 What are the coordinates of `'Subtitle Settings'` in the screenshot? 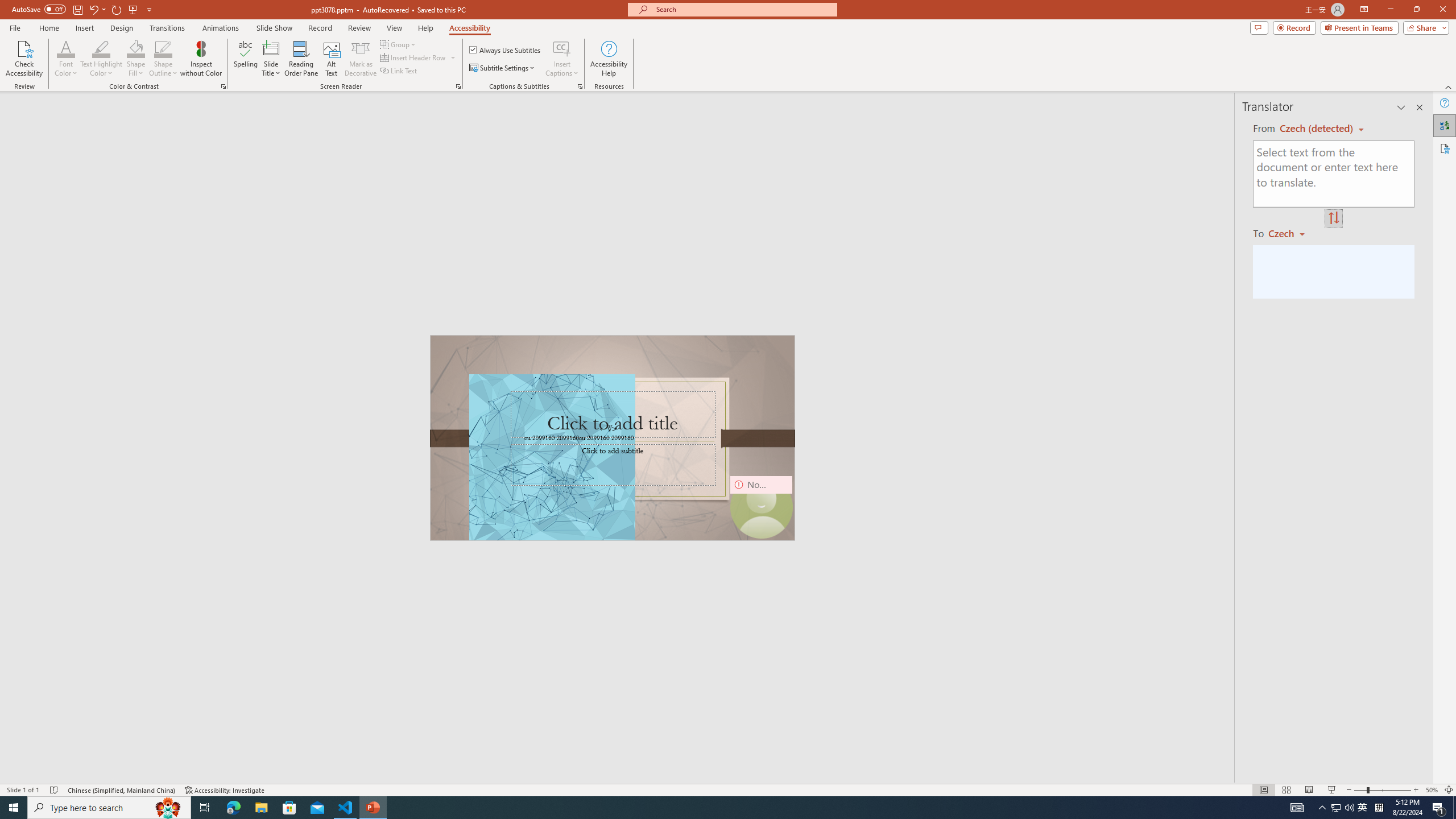 It's located at (503, 67).